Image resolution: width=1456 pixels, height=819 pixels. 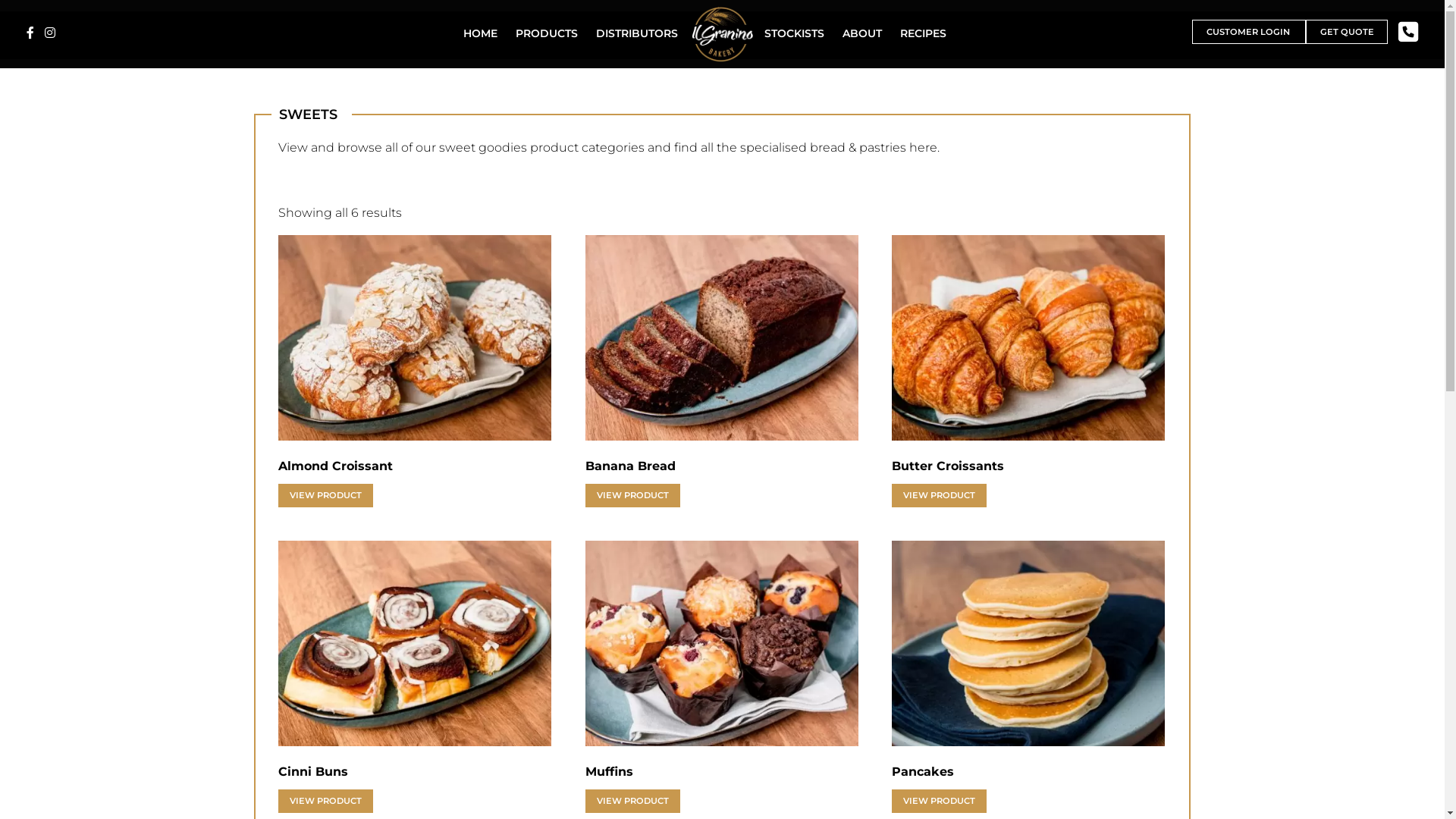 What do you see at coordinates (0, 0) in the screenshot?
I see `'Skip to main content'` at bounding box center [0, 0].